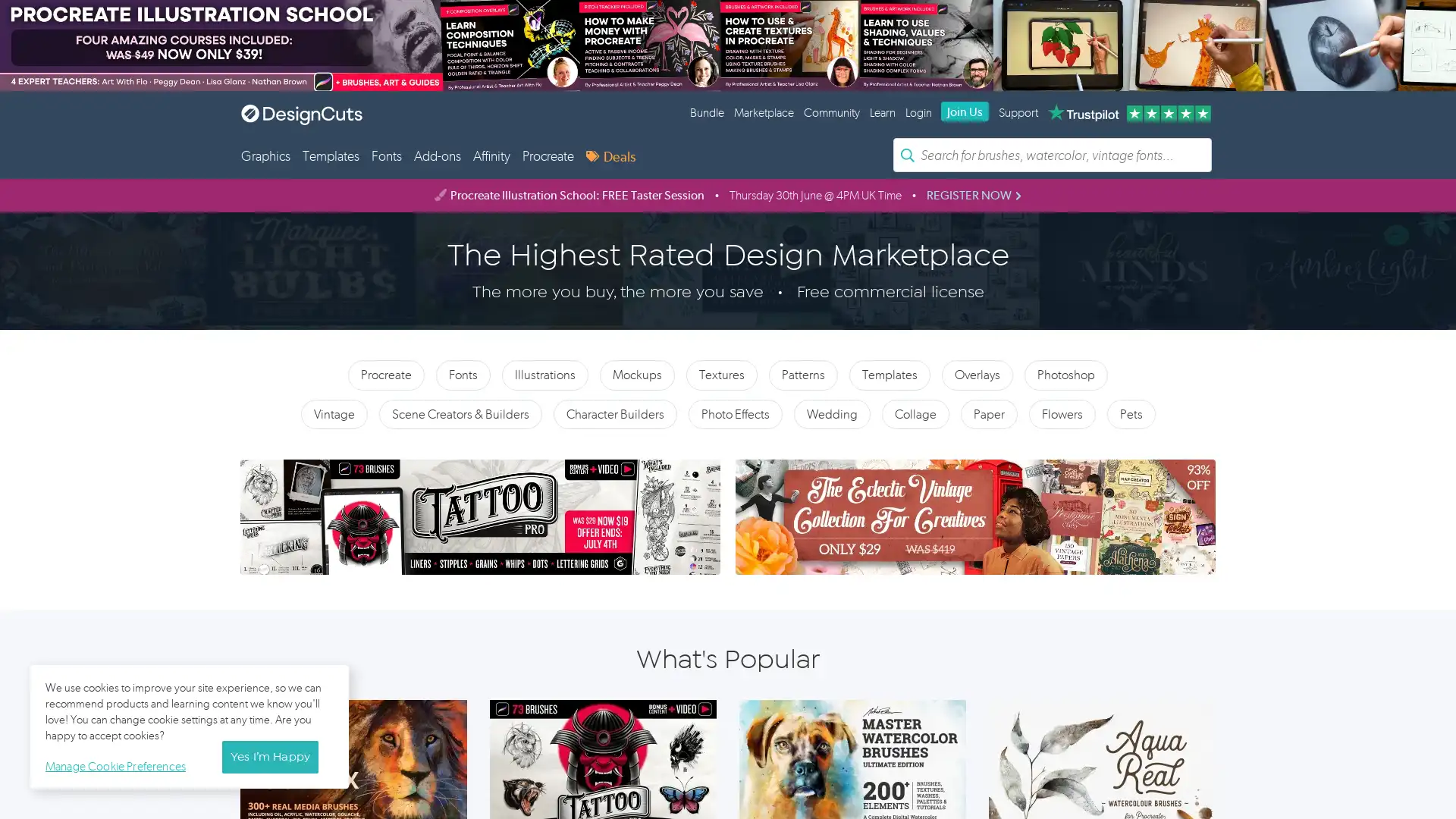 This screenshot has width=1456, height=819. What do you see at coordinates (269, 757) in the screenshot?
I see `Yes Im Happy` at bounding box center [269, 757].